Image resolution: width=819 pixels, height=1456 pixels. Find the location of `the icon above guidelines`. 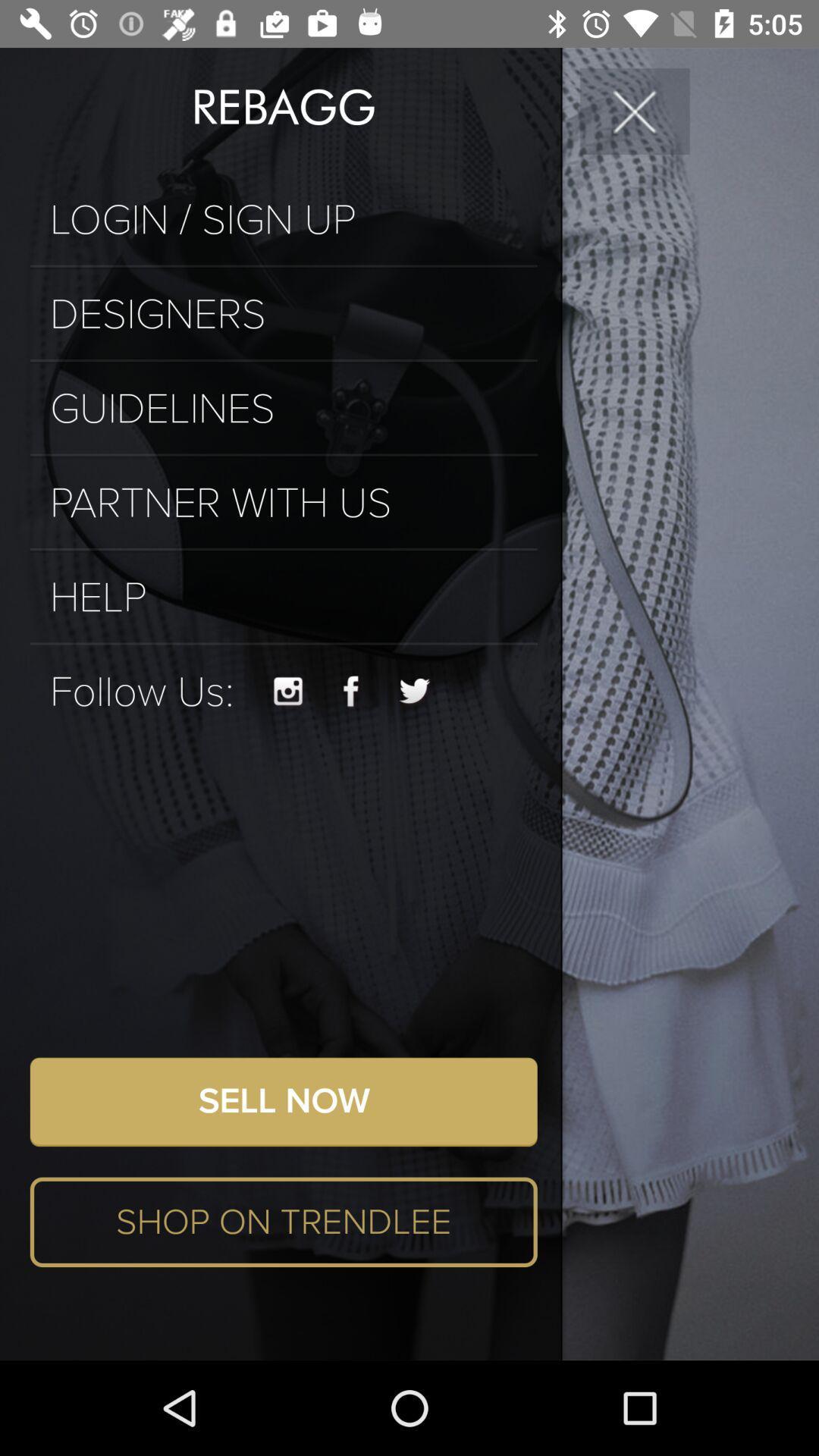

the icon above guidelines is located at coordinates (284, 359).